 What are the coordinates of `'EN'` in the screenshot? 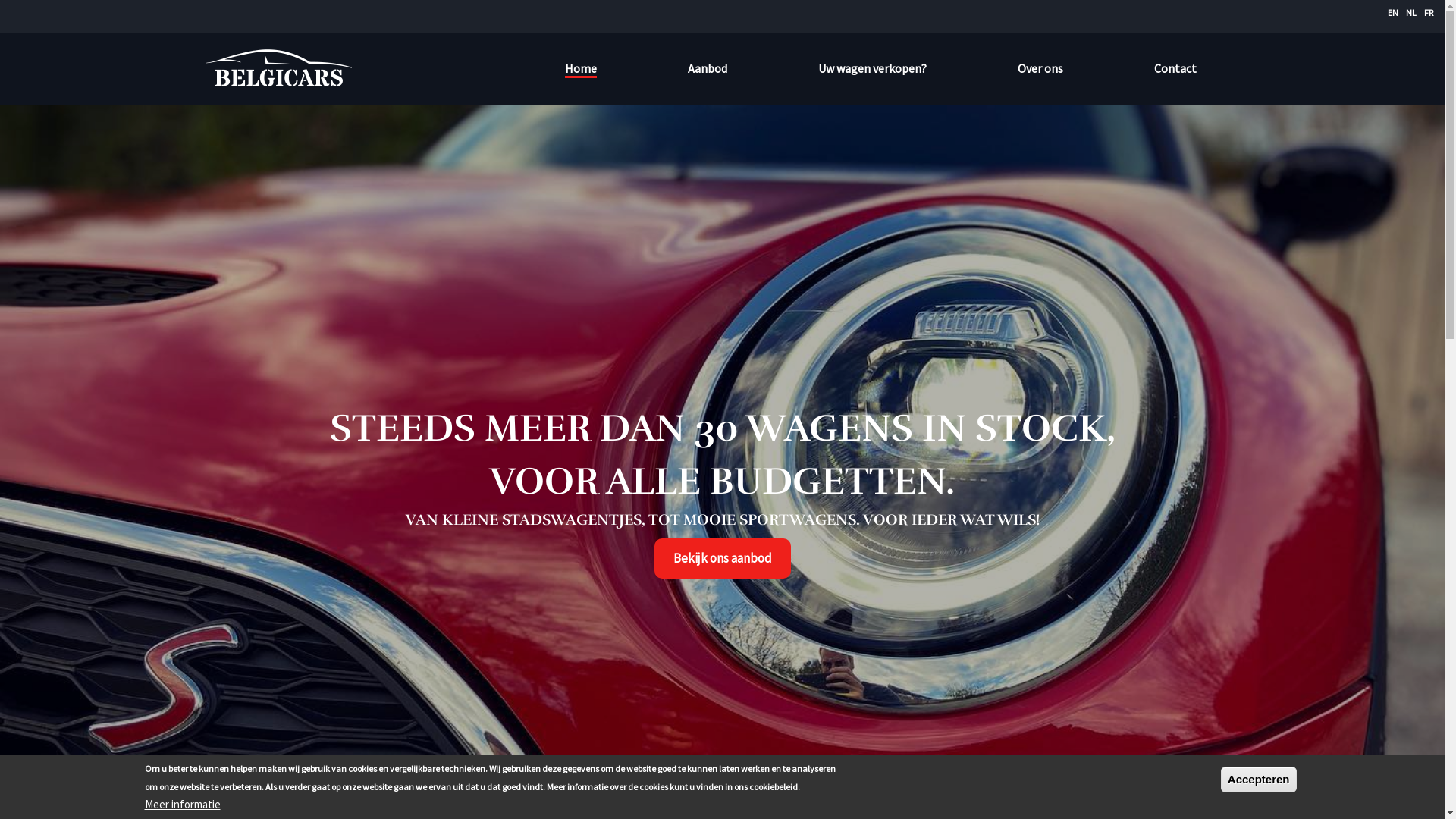 It's located at (1393, 12).